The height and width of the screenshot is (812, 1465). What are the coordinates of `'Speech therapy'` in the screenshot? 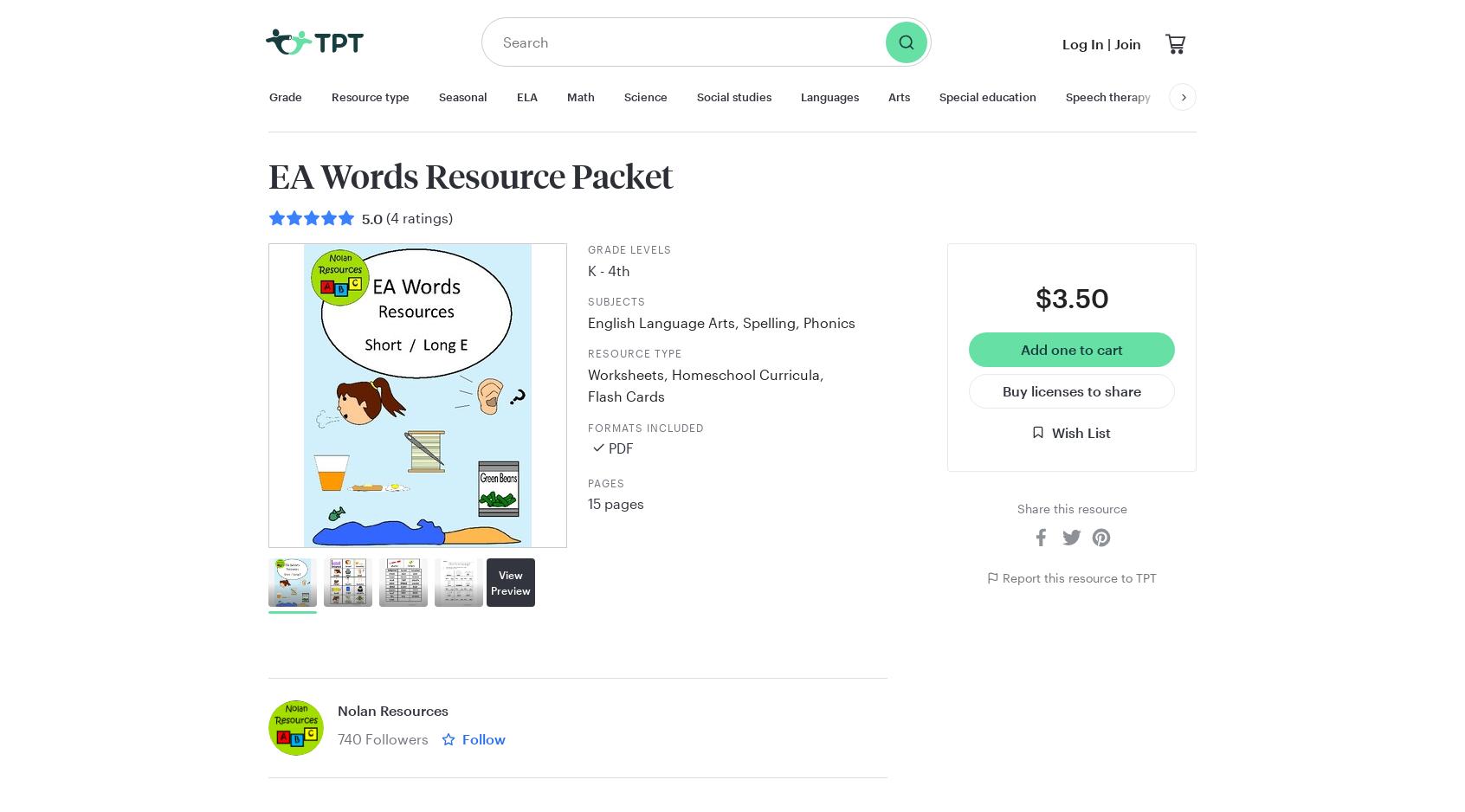 It's located at (1107, 95).